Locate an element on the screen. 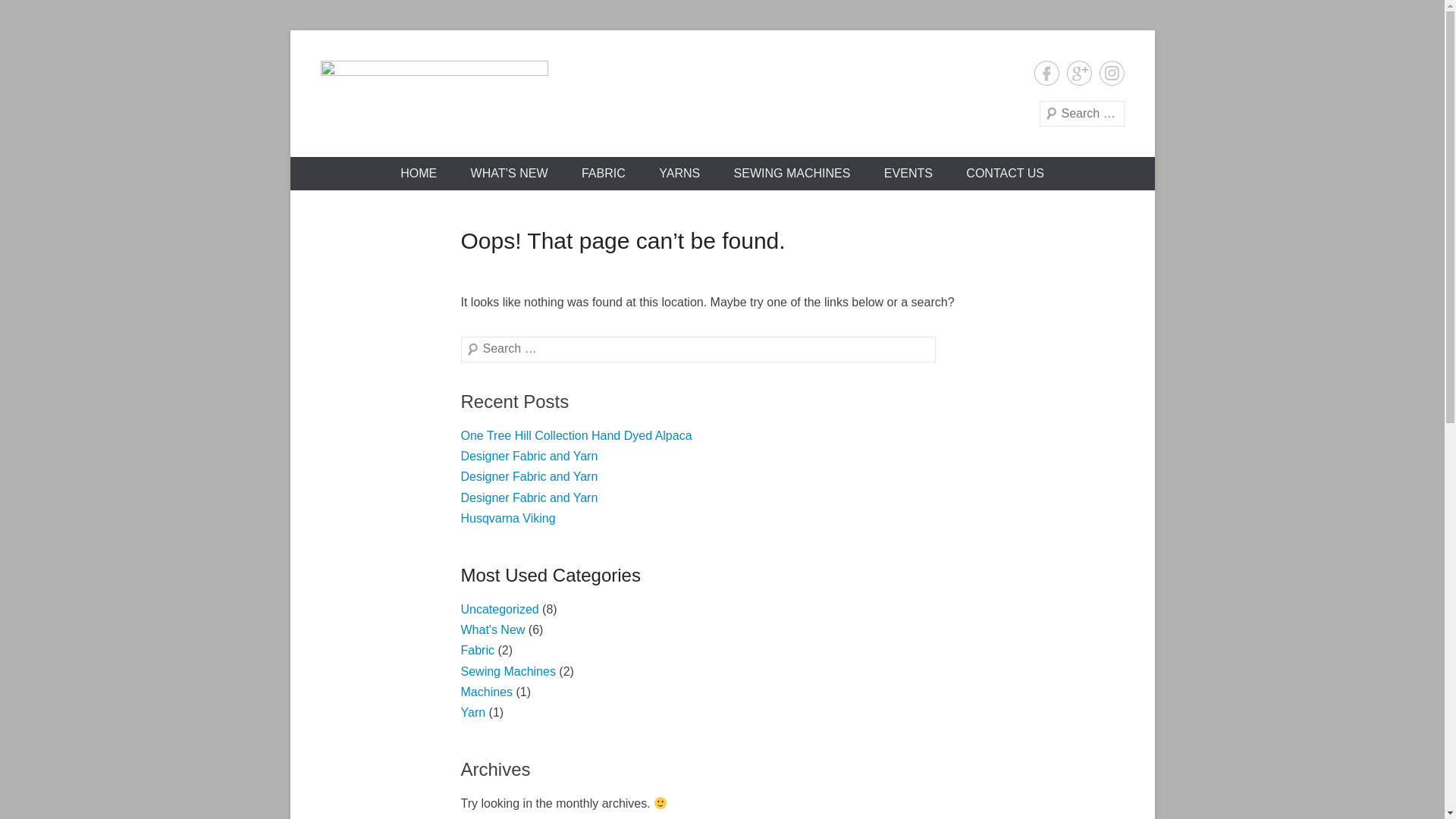  'EVENTS' is located at coordinates (908, 172).